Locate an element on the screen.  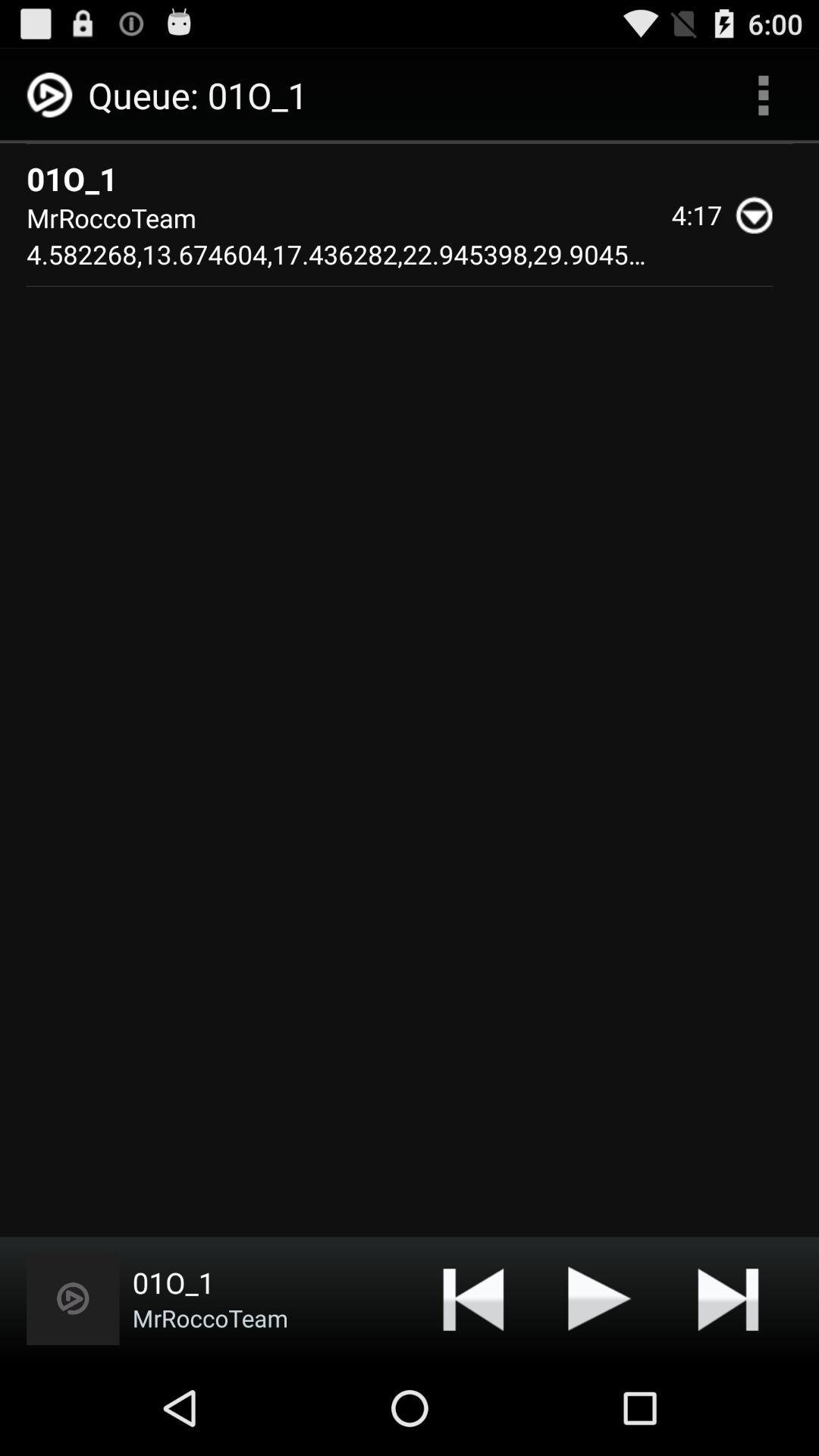
icon which is beside 417 is located at coordinates (761, 214).